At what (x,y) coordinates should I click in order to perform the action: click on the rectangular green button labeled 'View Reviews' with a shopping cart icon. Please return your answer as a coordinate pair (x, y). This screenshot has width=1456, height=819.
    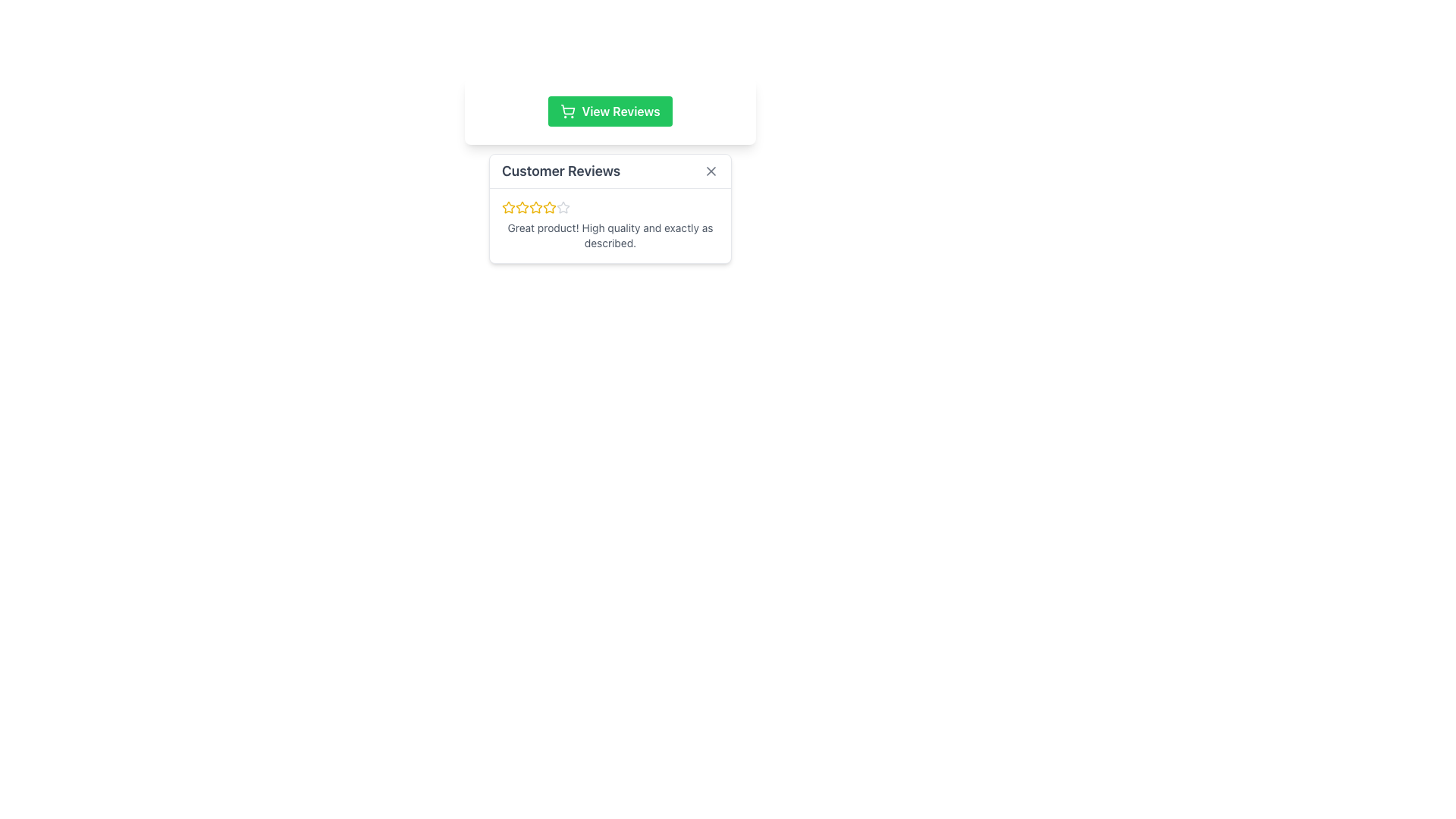
    Looking at the image, I should click on (610, 110).